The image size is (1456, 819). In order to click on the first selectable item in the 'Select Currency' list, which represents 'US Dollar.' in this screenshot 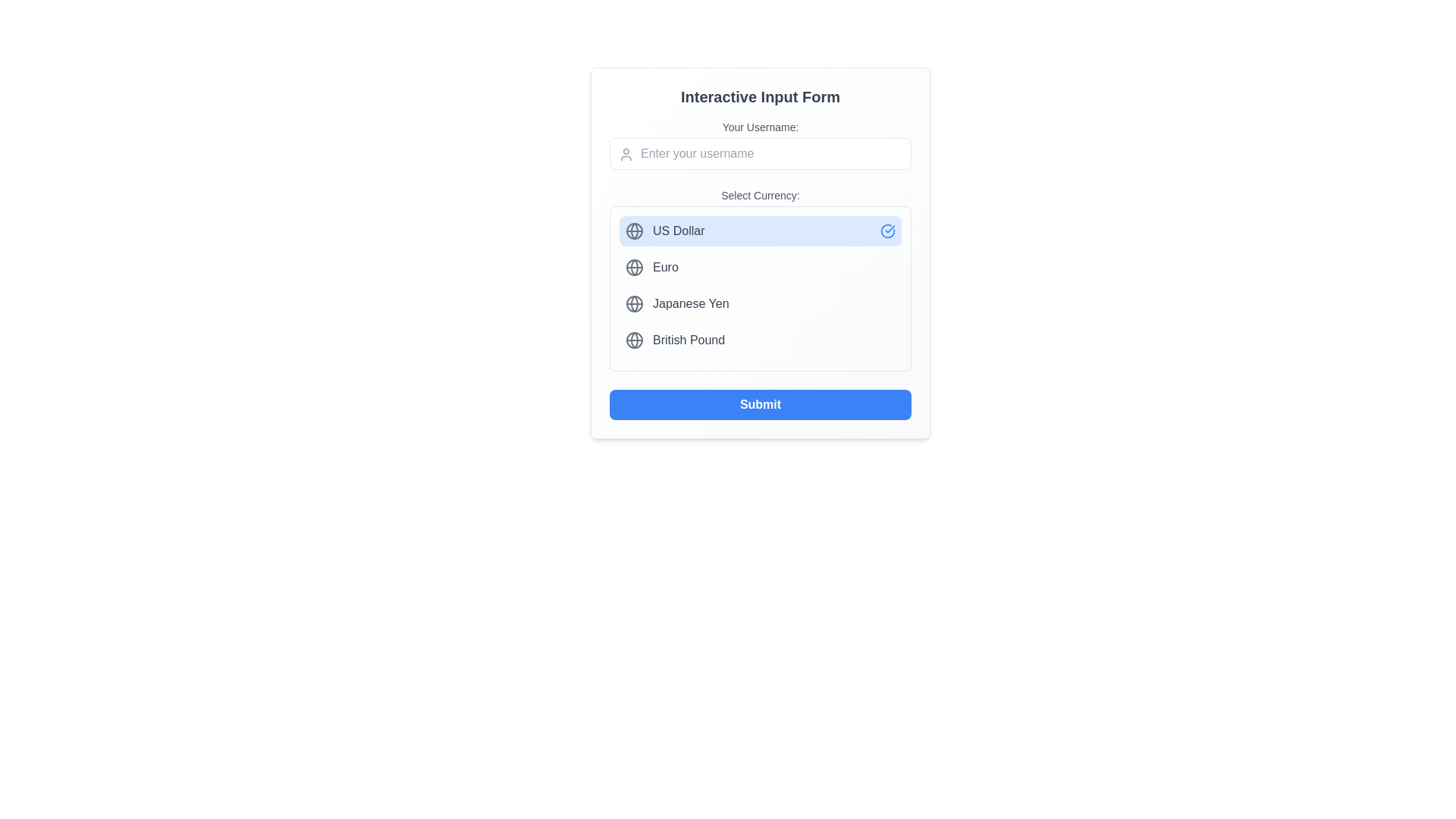, I will do `click(761, 231)`.